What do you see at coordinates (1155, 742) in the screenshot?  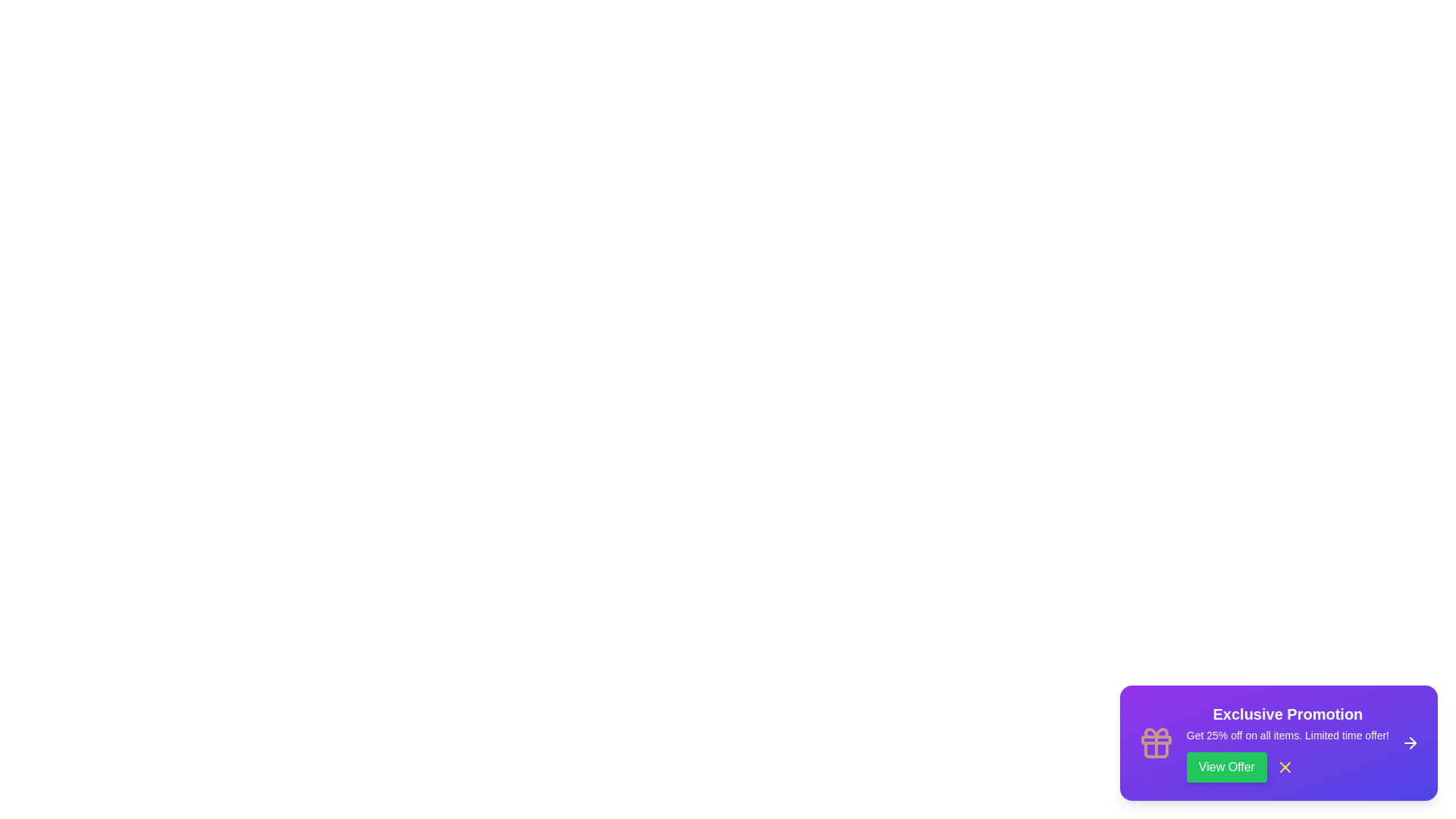 I see `the gift icon to emphasize the promotion` at bounding box center [1155, 742].